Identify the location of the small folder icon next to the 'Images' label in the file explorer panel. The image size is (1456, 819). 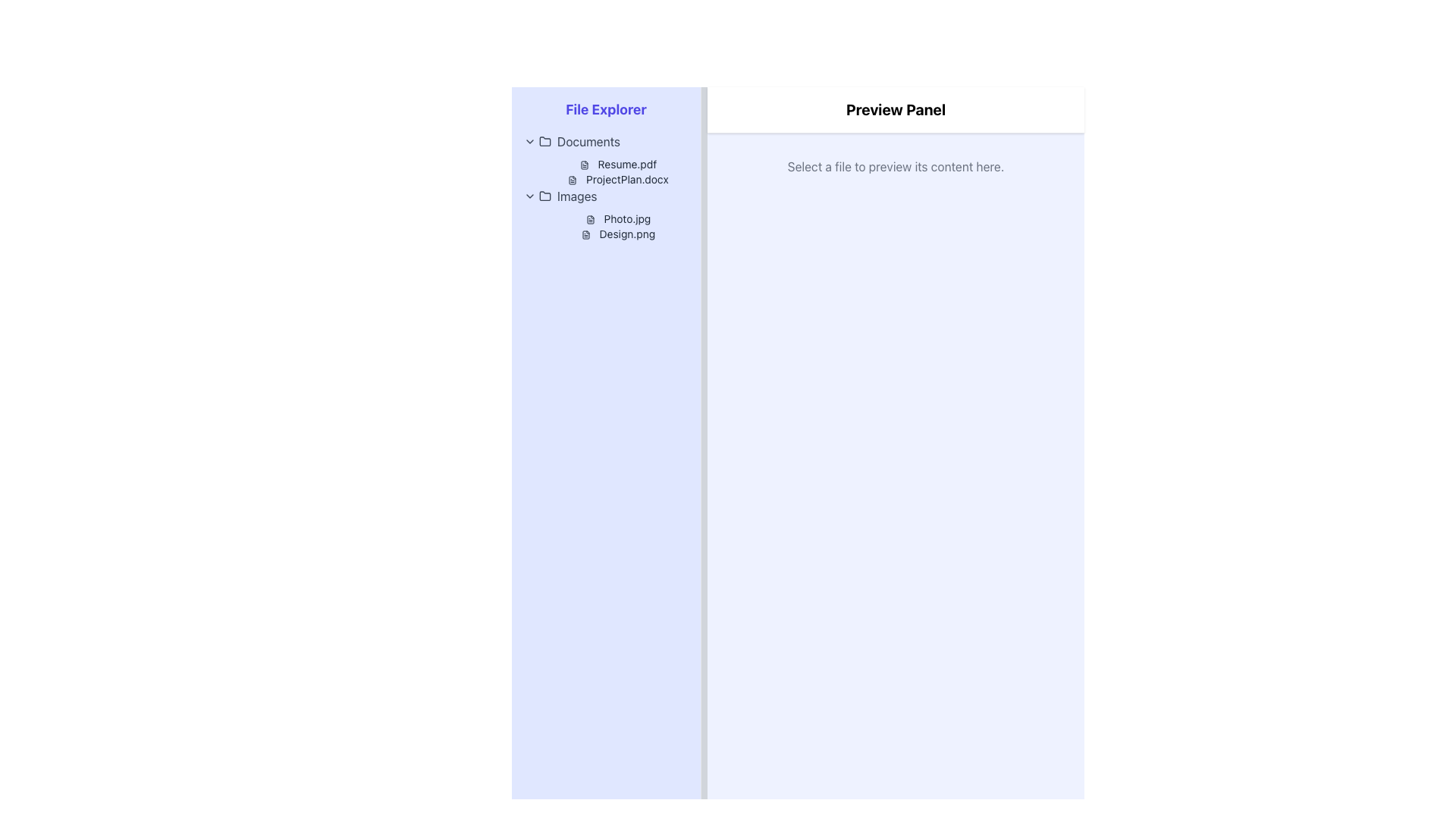
(545, 195).